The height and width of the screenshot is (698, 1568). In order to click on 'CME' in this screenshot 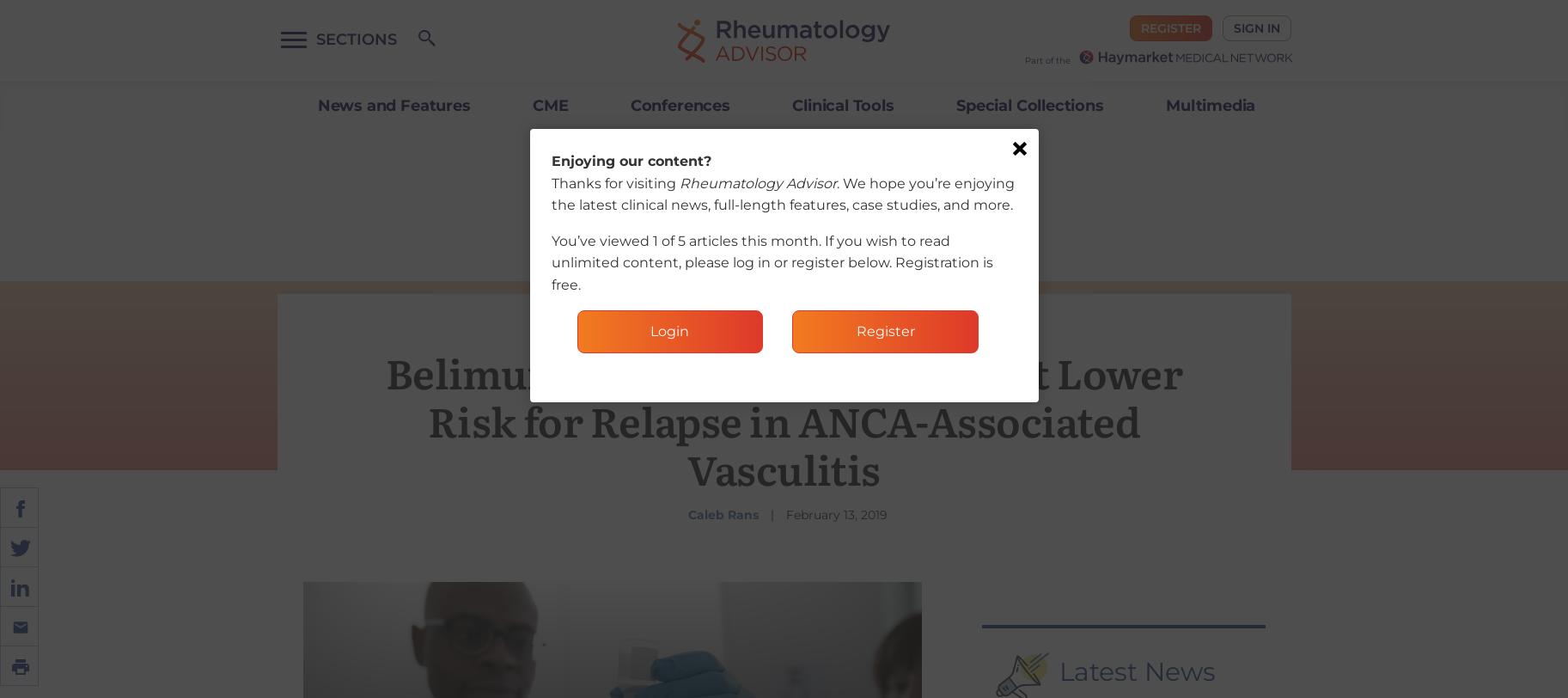, I will do `click(550, 106)`.